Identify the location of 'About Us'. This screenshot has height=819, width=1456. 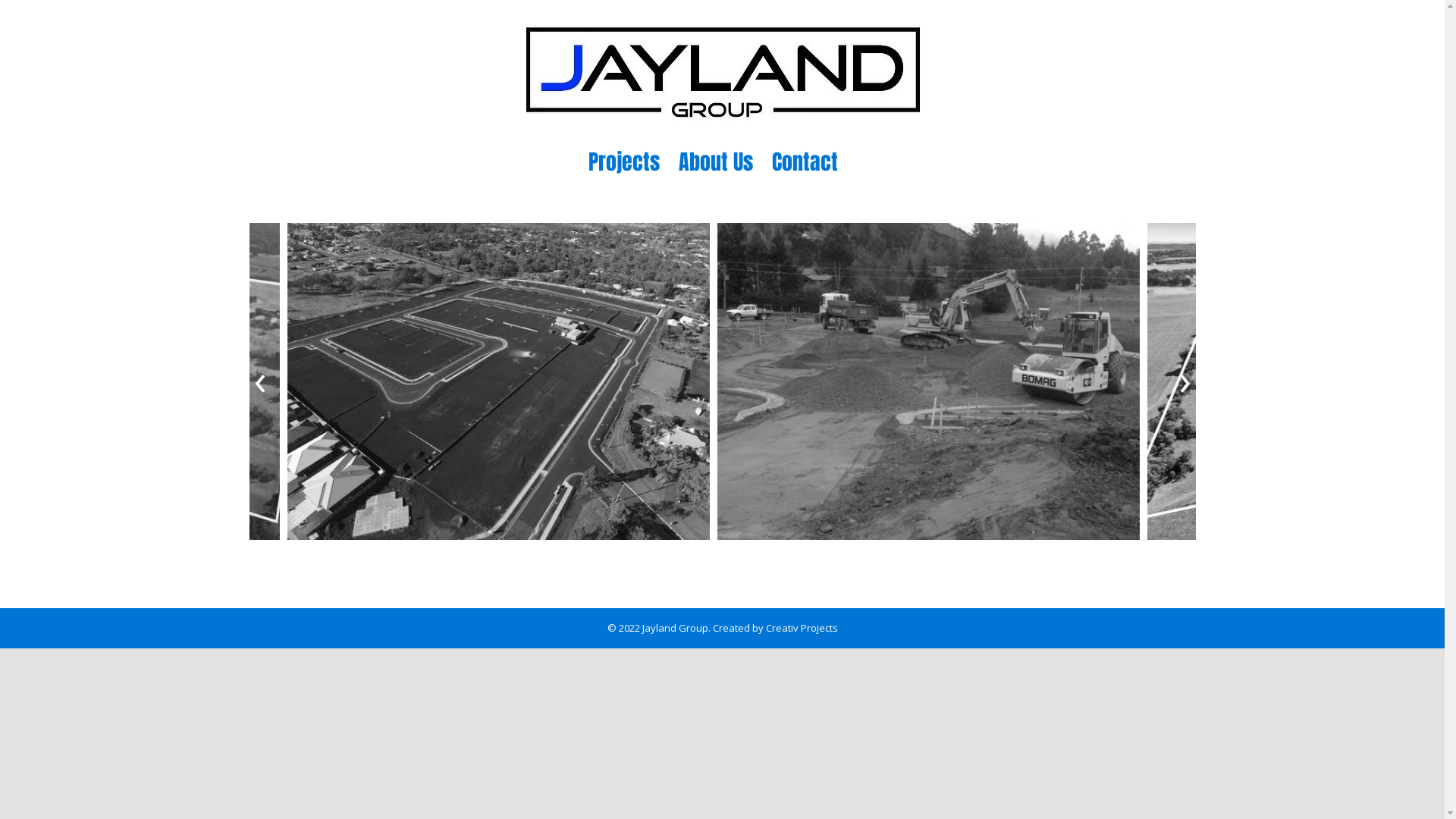
(676, 161).